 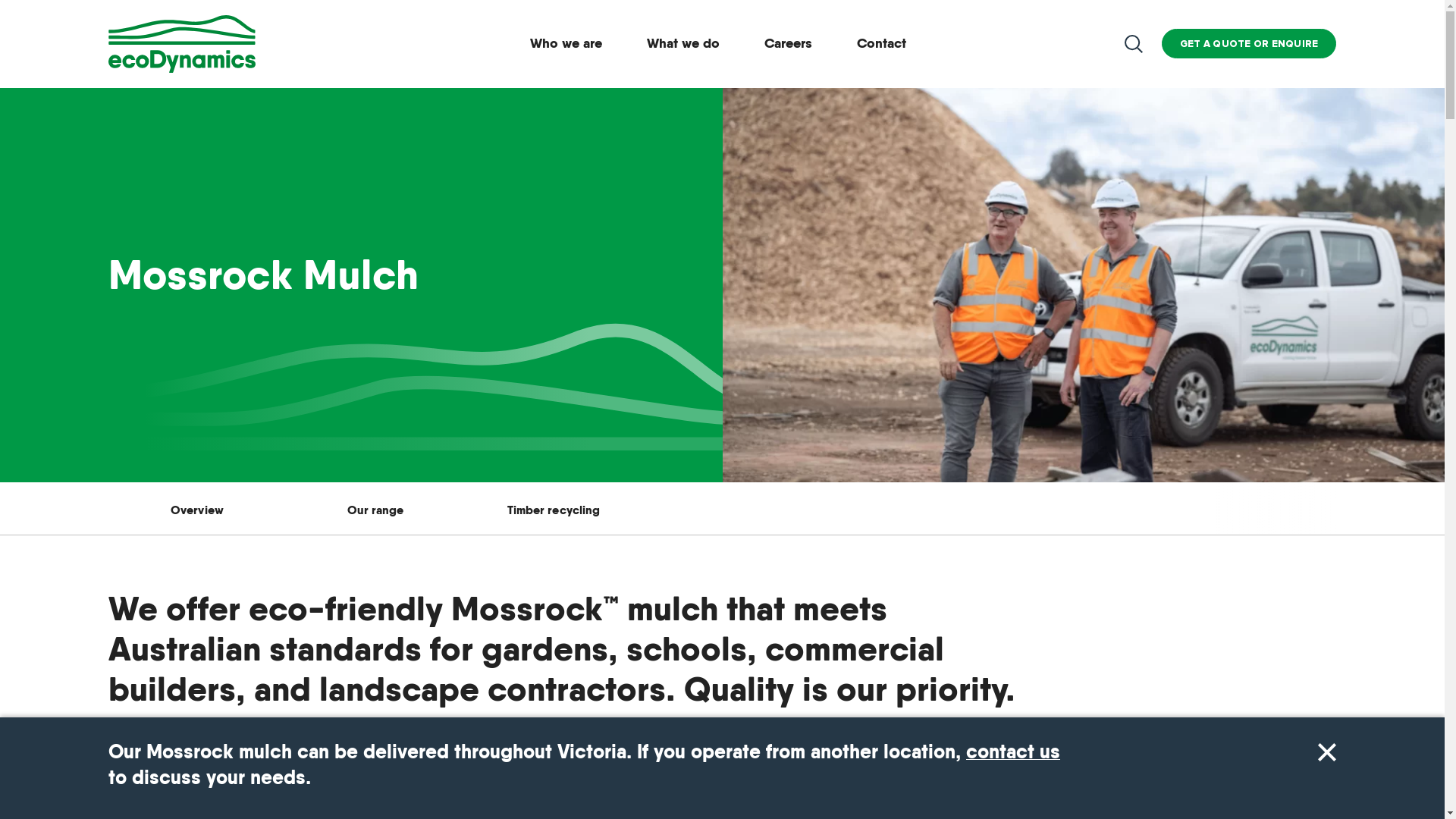 What do you see at coordinates (682, 42) in the screenshot?
I see `'What we do'` at bounding box center [682, 42].